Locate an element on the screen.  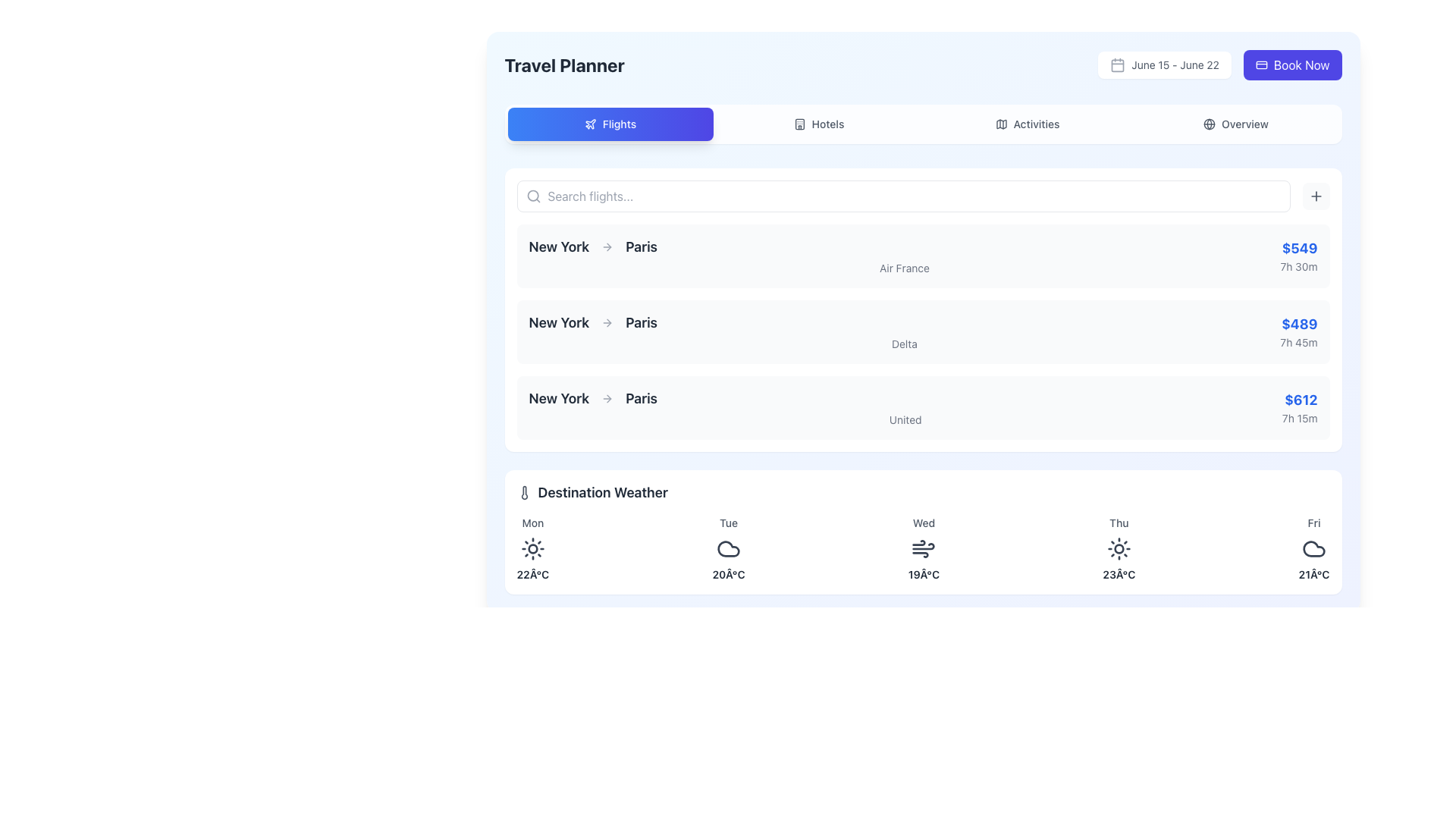
the 'Flights' button located at the top-left section of the menu bar is located at coordinates (610, 124).